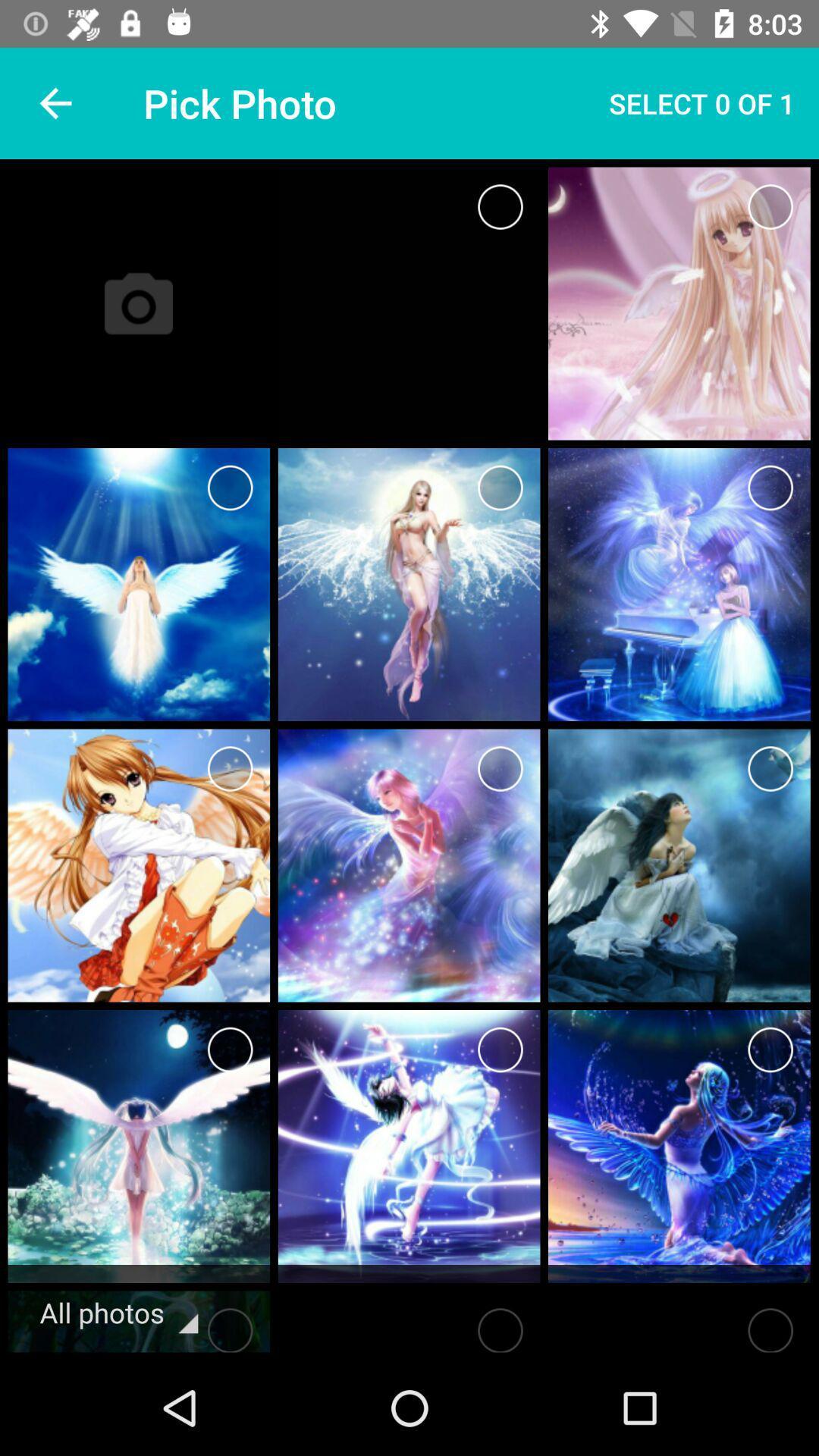 The height and width of the screenshot is (1456, 819). Describe the element at coordinates (500, 206) in the screenshot. I see `to select something` at that location.